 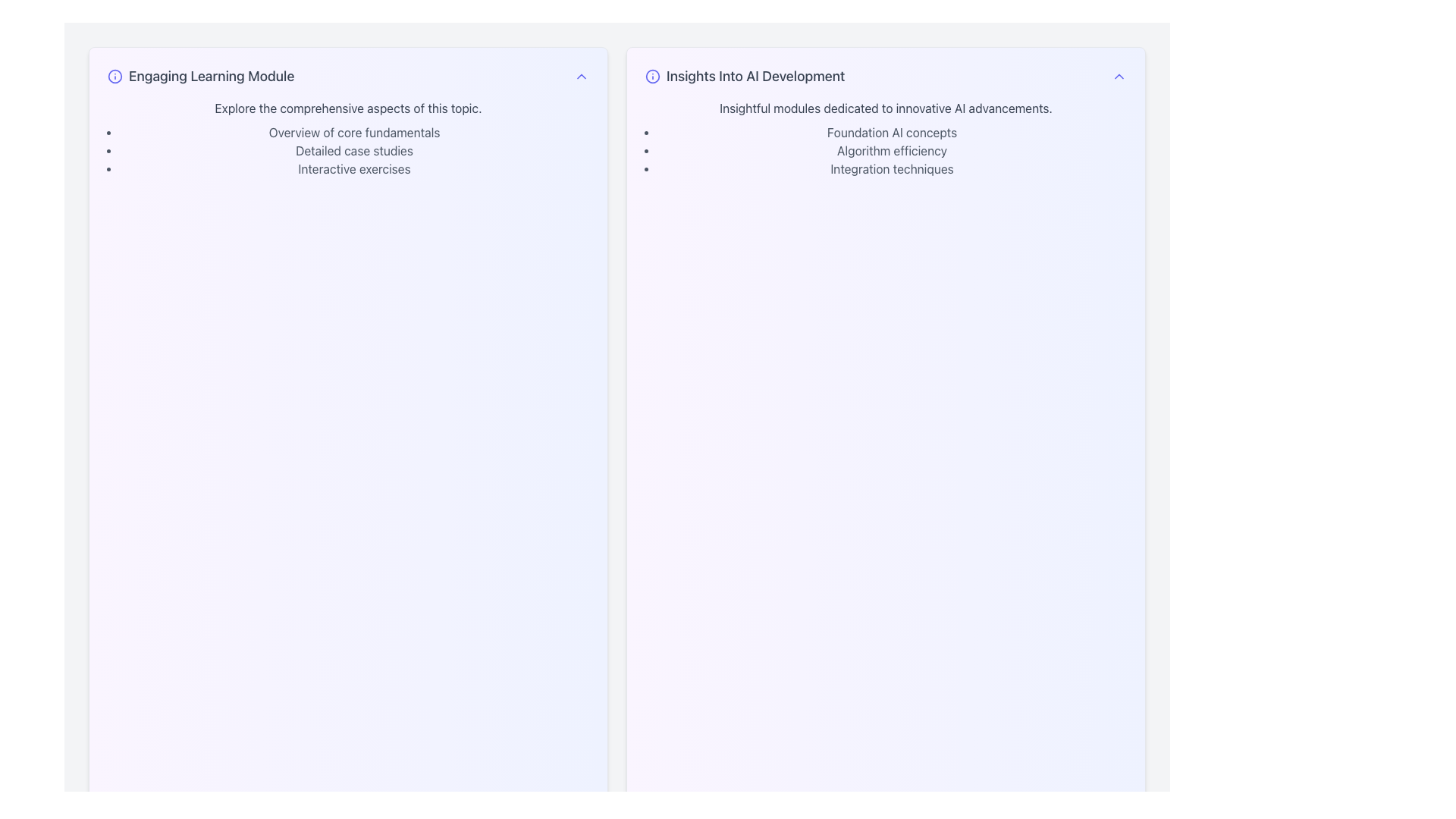 I want to click on bulleted list element containing 'Overview of core fundamentals', 'Detailed case studies', and 'Interactive exercises' styled in gray, located below the descriptive text in the 'Engaging Learning Module' section, so click(x=353, y=151).